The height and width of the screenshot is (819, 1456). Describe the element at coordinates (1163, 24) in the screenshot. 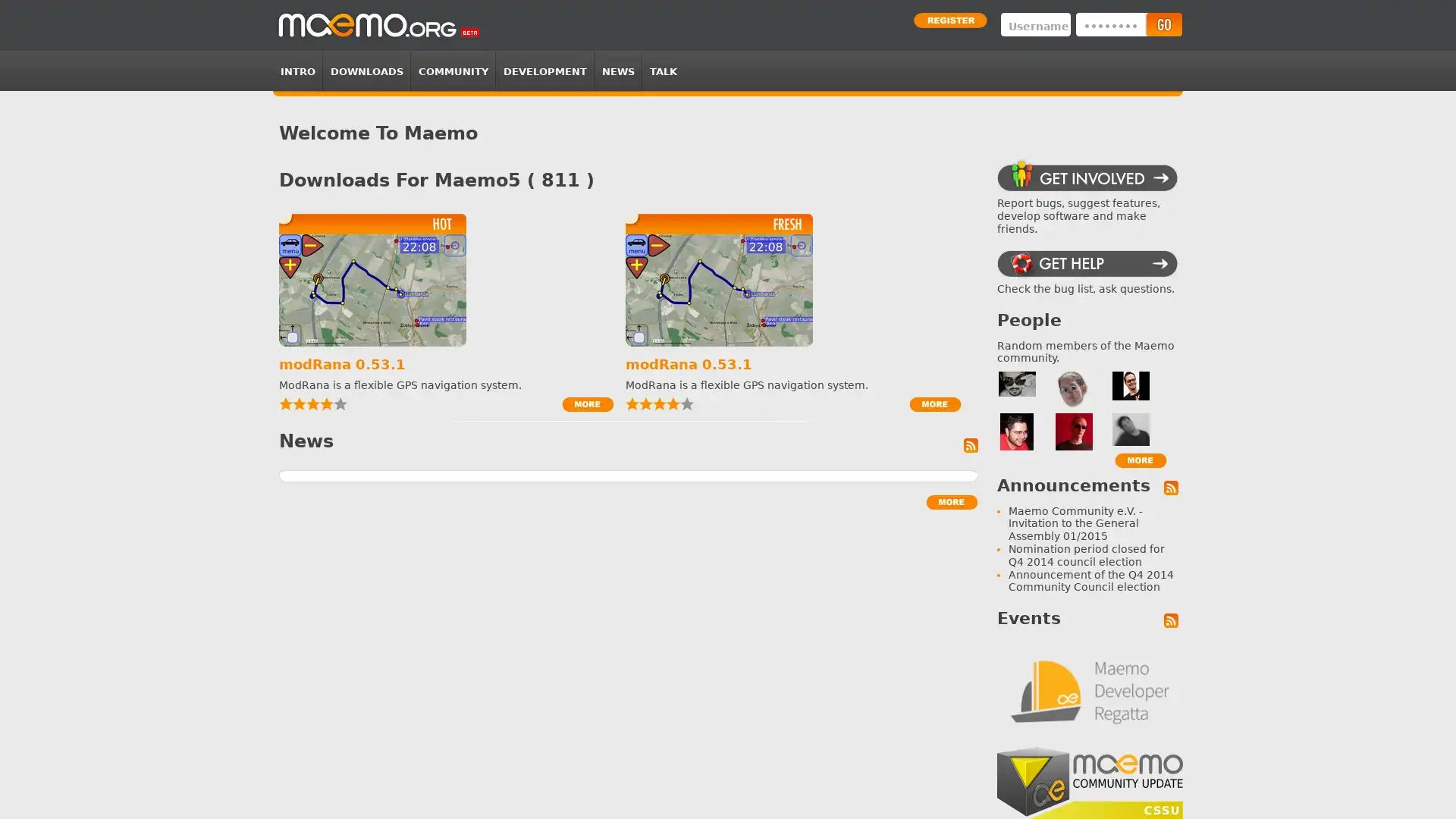

I see `Login` at that location.